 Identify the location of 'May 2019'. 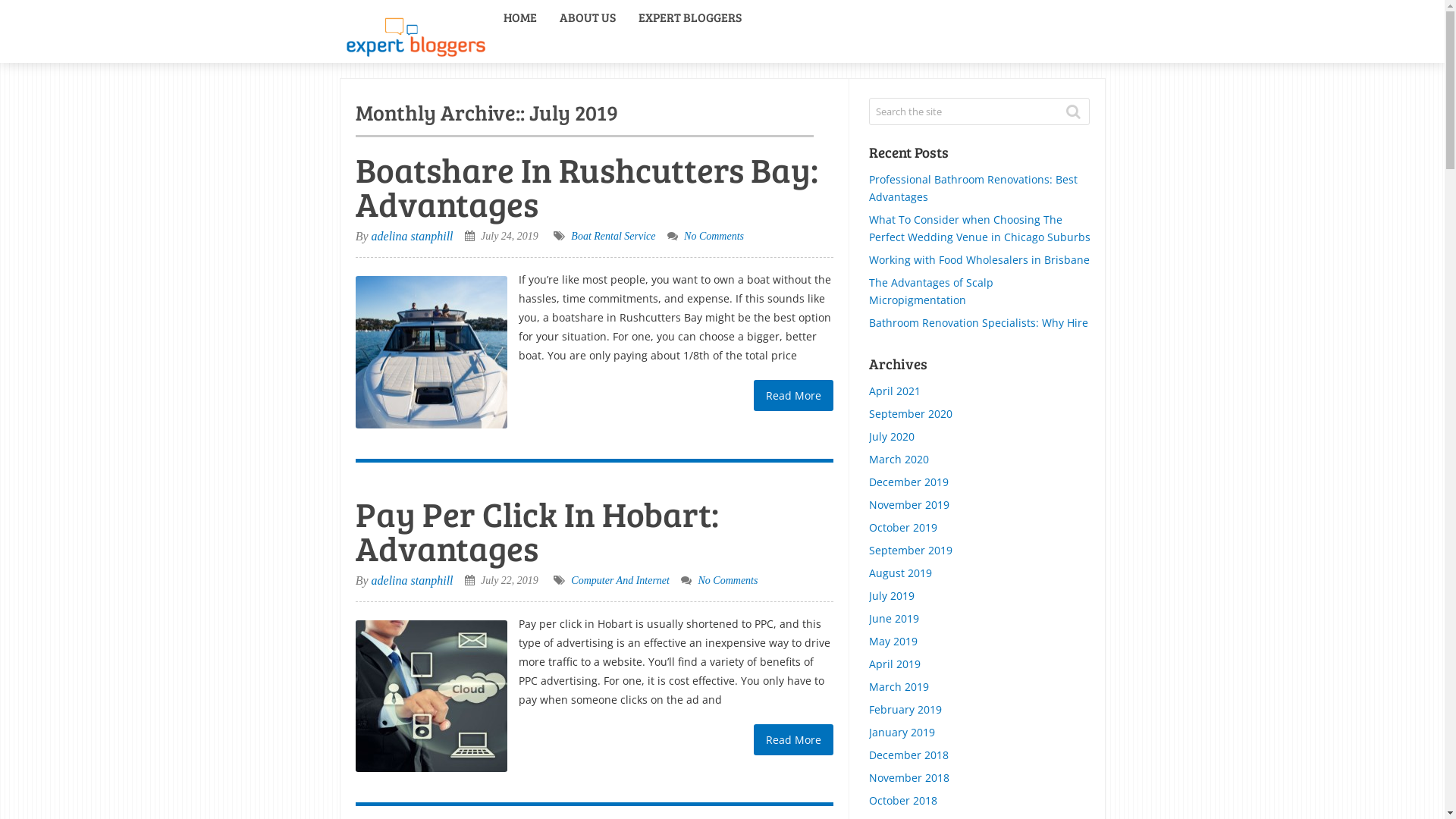
(893, 641).